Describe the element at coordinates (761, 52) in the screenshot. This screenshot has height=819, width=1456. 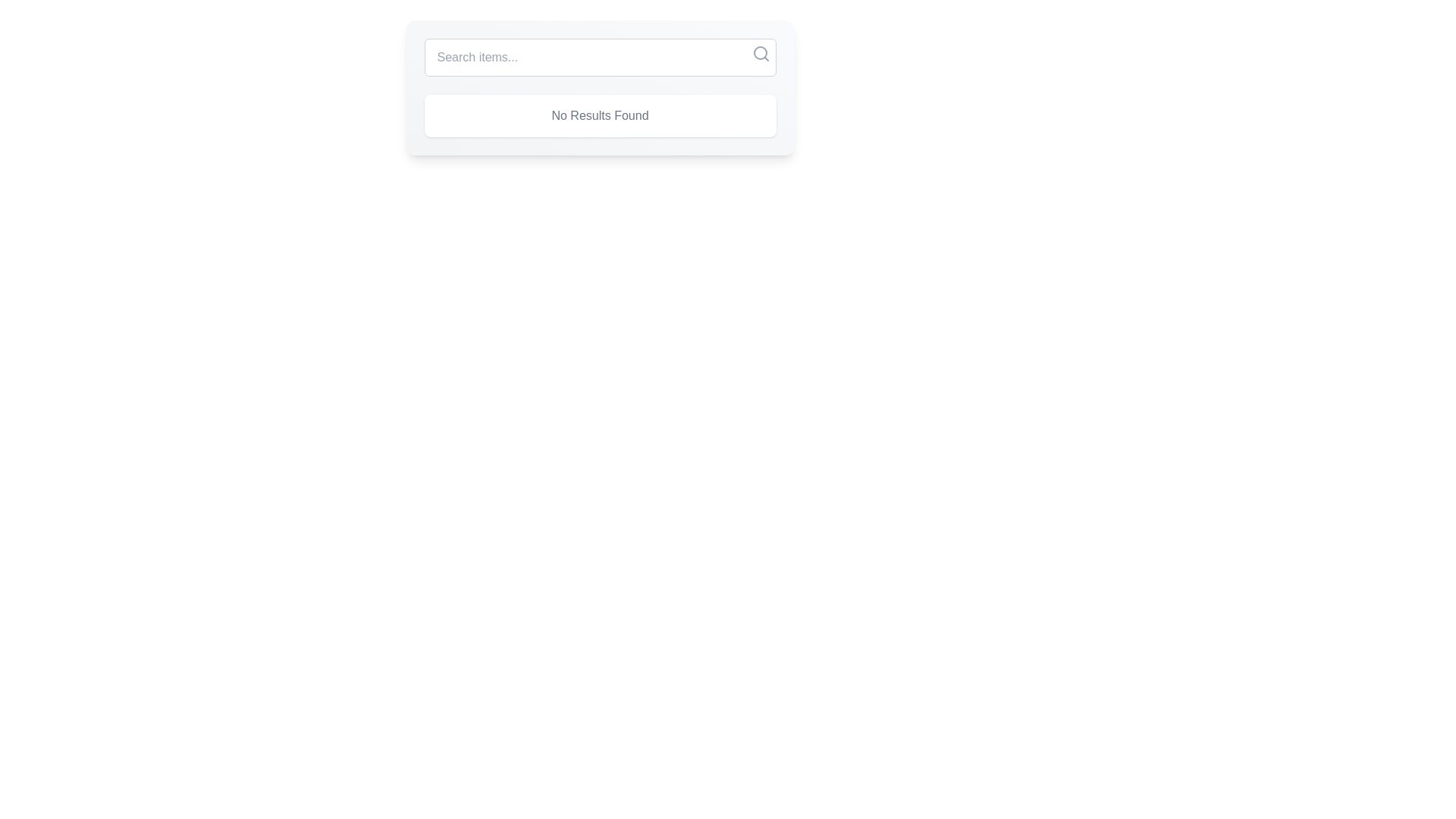
I see `the magnifying glass icon located at the right end of the search bar` at that location.